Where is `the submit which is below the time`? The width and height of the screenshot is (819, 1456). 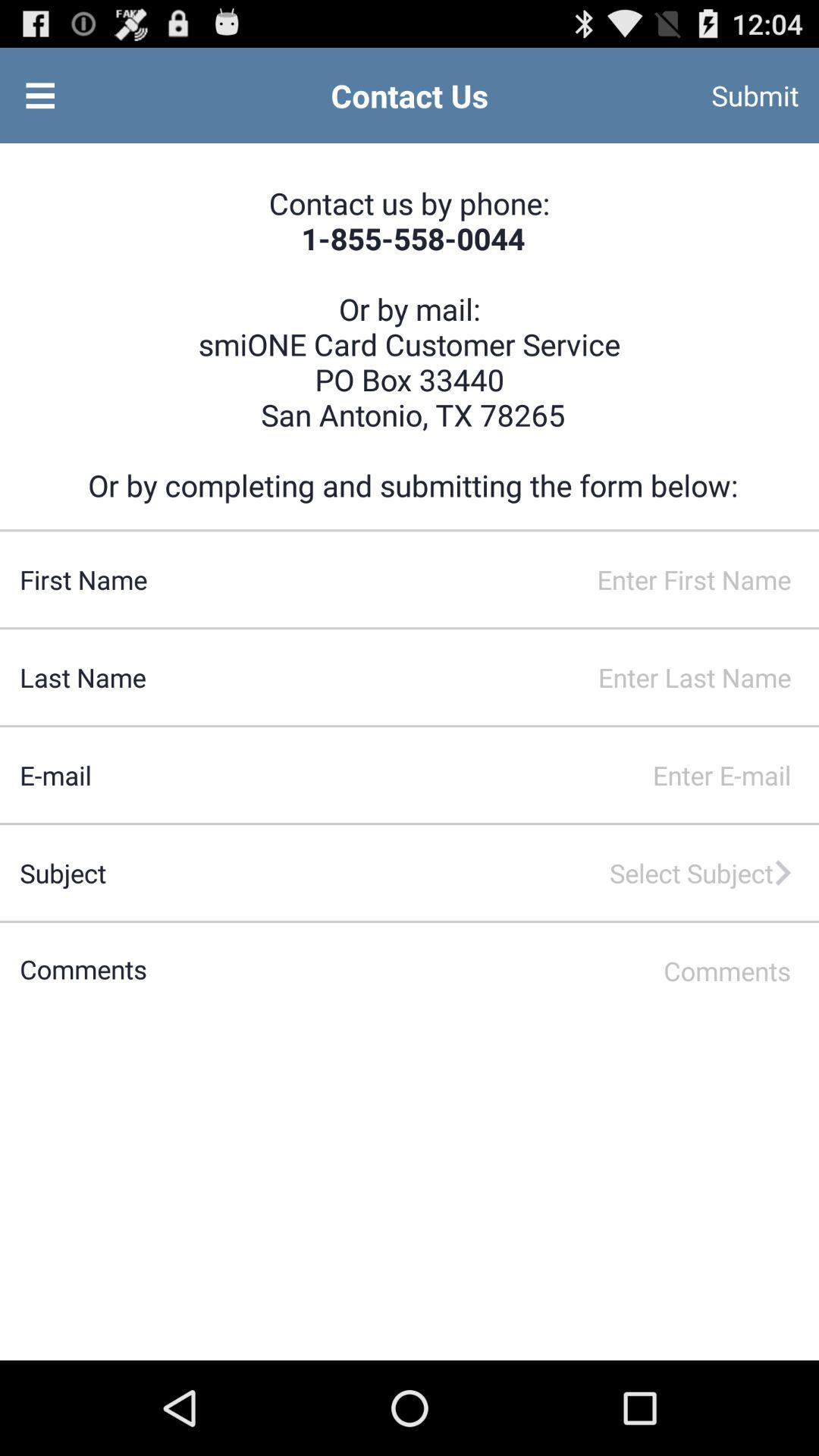
the submit which is below the time is located at coordinates (734, 94).